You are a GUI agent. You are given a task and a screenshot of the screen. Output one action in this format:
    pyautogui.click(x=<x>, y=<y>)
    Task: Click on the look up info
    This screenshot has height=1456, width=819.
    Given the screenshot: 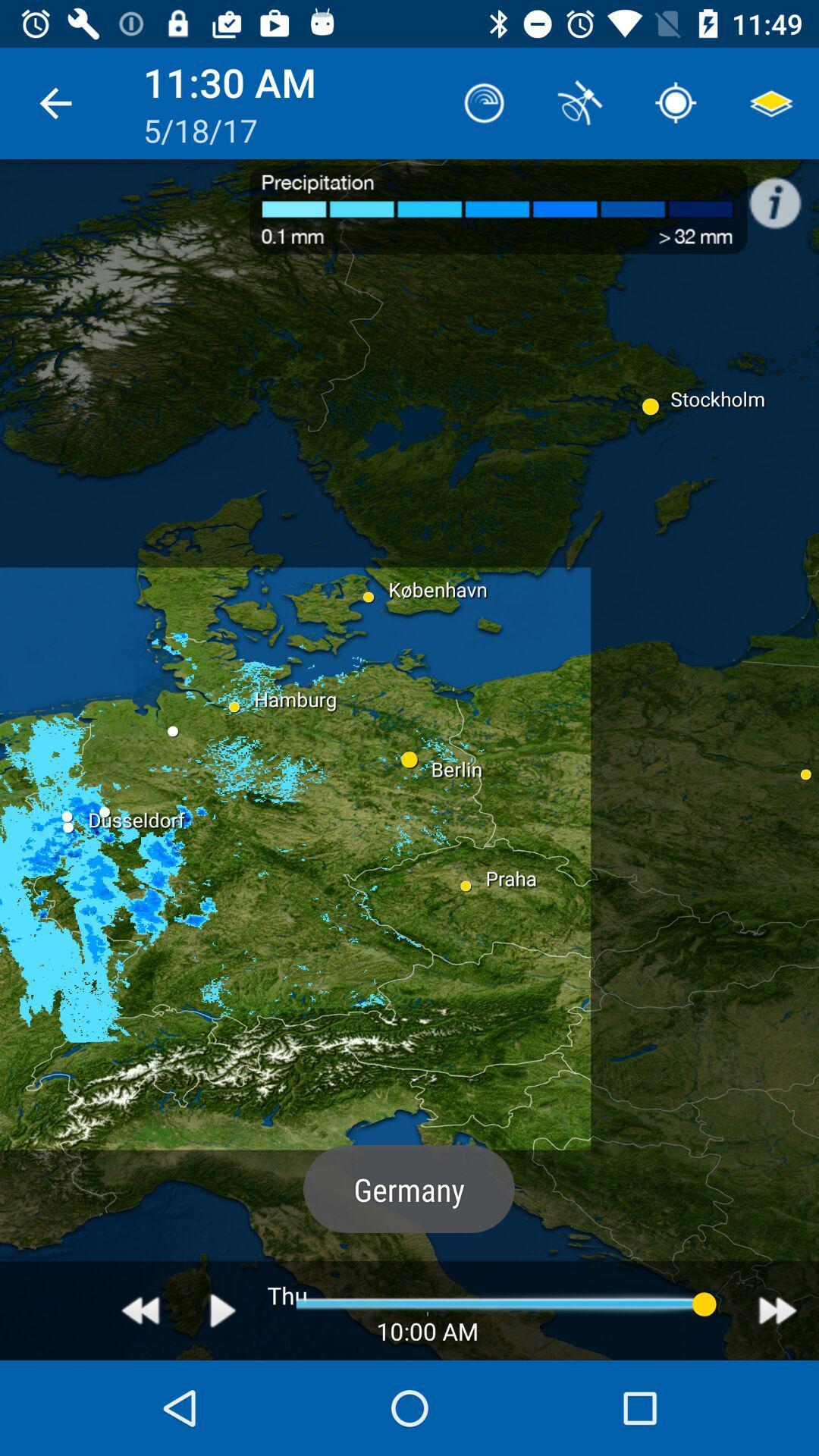 What is the action you would take?
    pyautogui.click(x=783, y=194)
    